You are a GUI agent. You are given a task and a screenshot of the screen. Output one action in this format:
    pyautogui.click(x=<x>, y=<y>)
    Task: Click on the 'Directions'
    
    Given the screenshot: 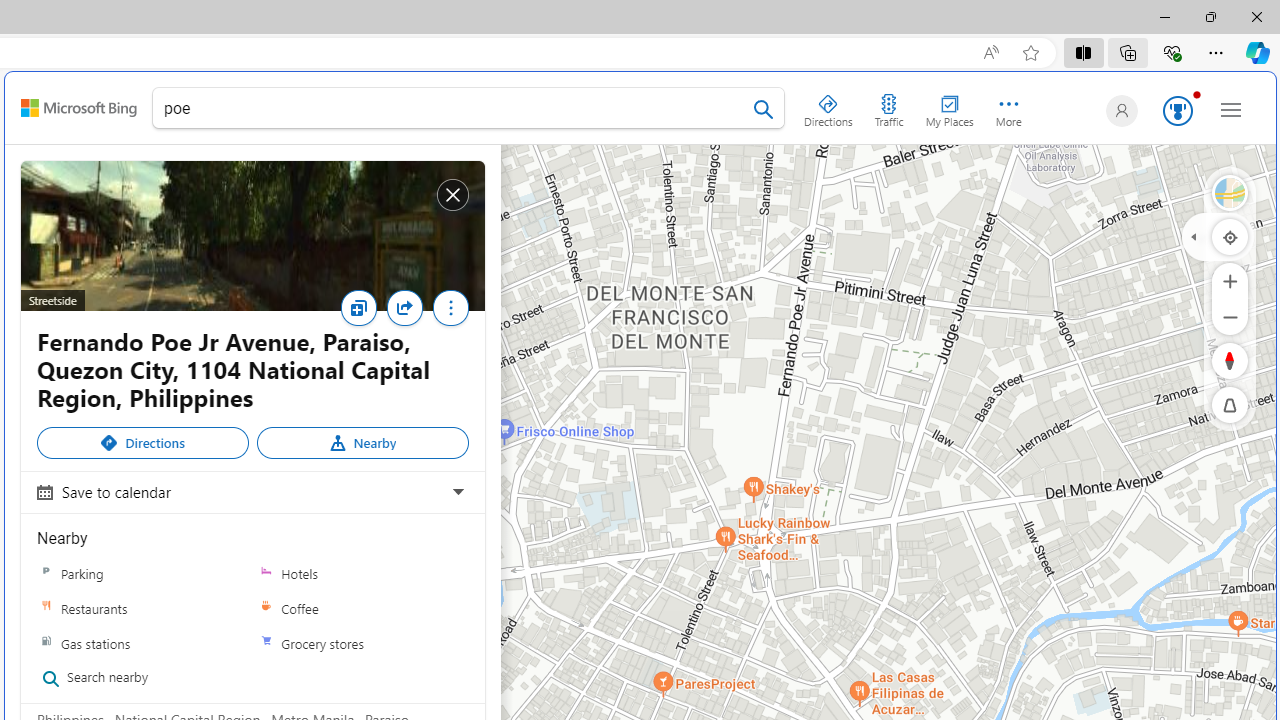 What is the action you would take?
    pyautogui.click(x=142, y=442)
    